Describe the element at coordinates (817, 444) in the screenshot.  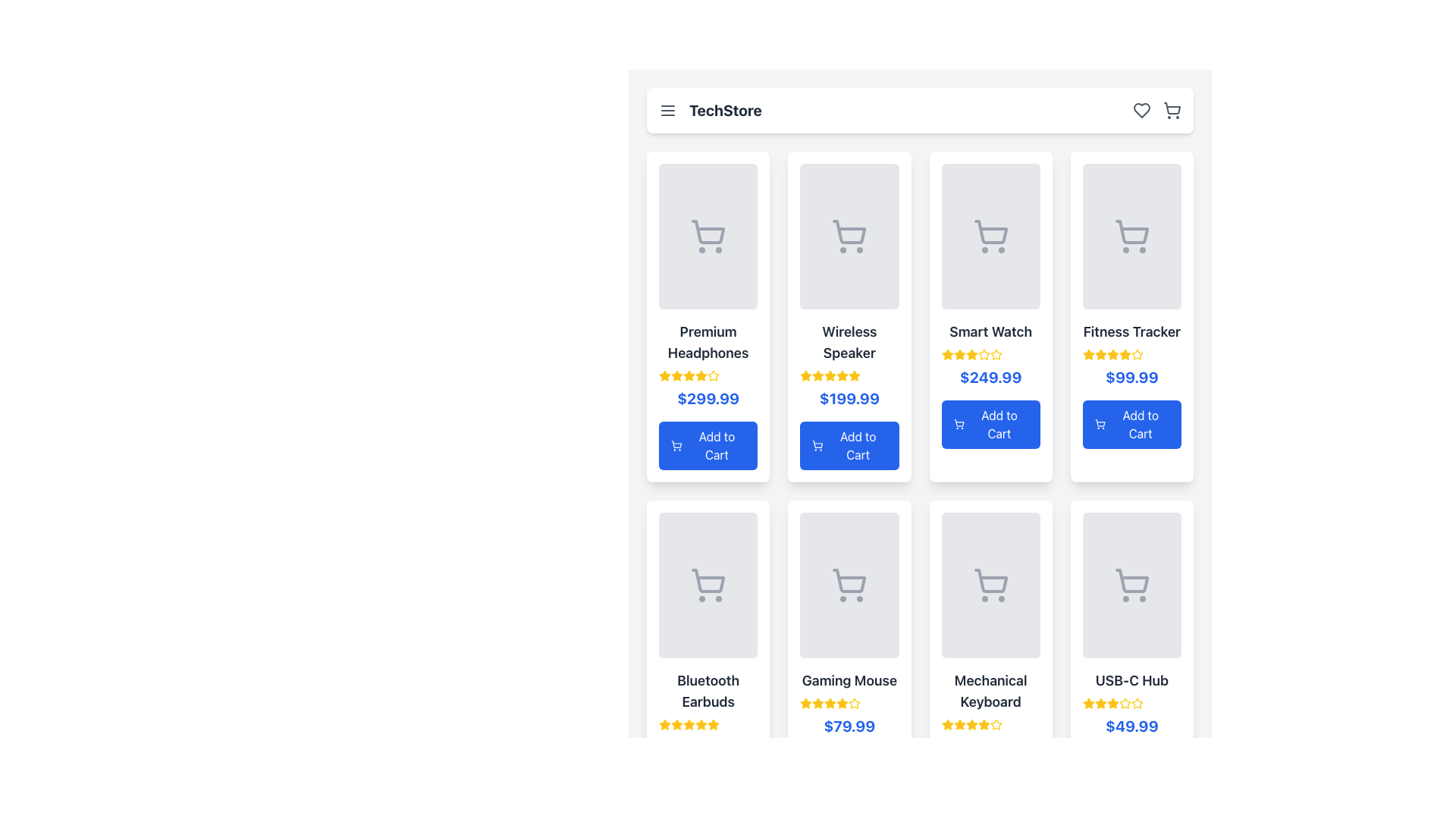
I see `the shopping cart icon embedded in the 'Add to Cart' button located below the 'Wireless Speaker' product card` at that location.